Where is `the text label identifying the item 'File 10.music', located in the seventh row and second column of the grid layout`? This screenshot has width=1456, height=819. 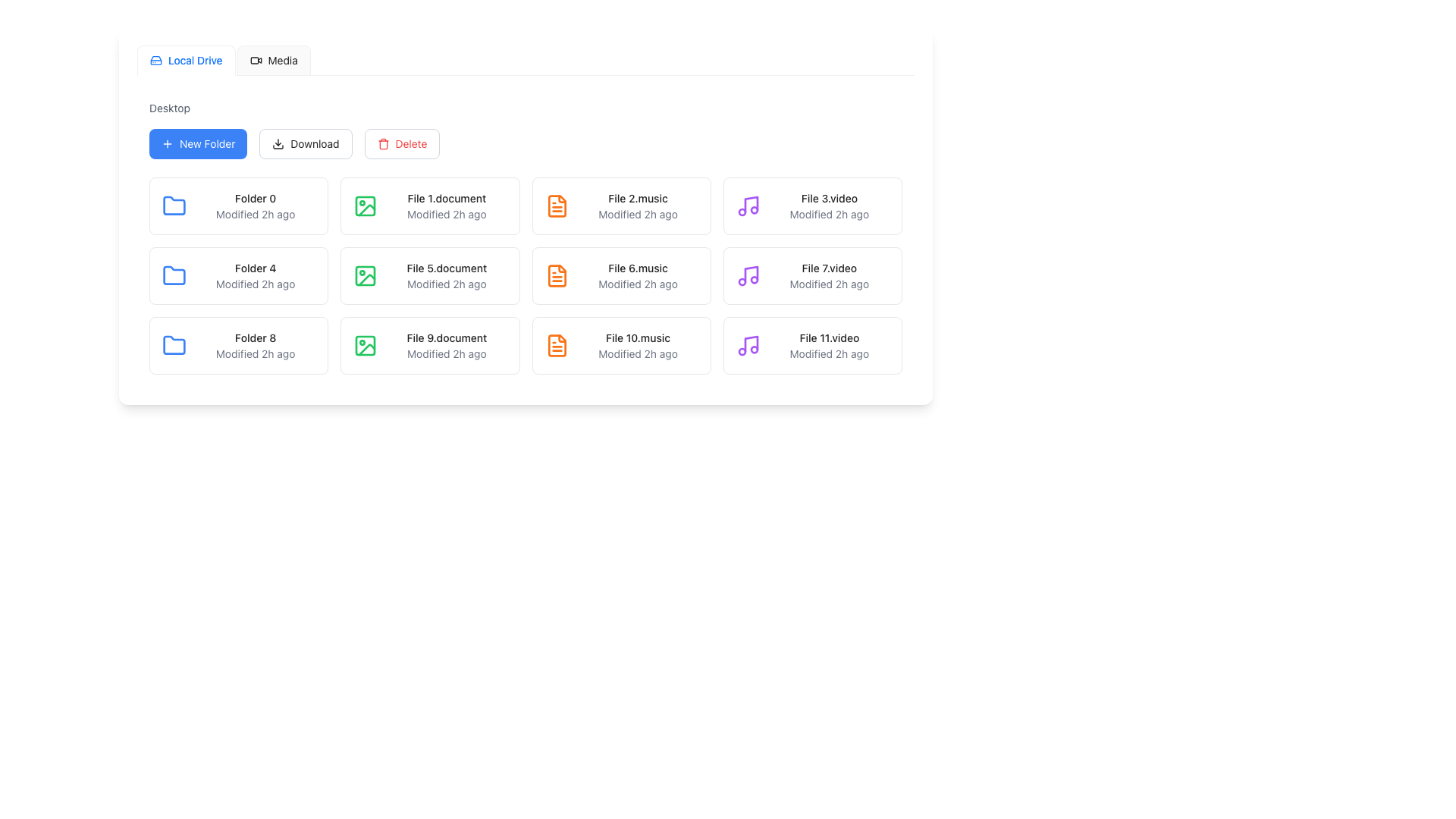
the text label identifying the item 'File 10.music', located in the seventh row and second column of the grid layout is located at coordinates (638, 337).